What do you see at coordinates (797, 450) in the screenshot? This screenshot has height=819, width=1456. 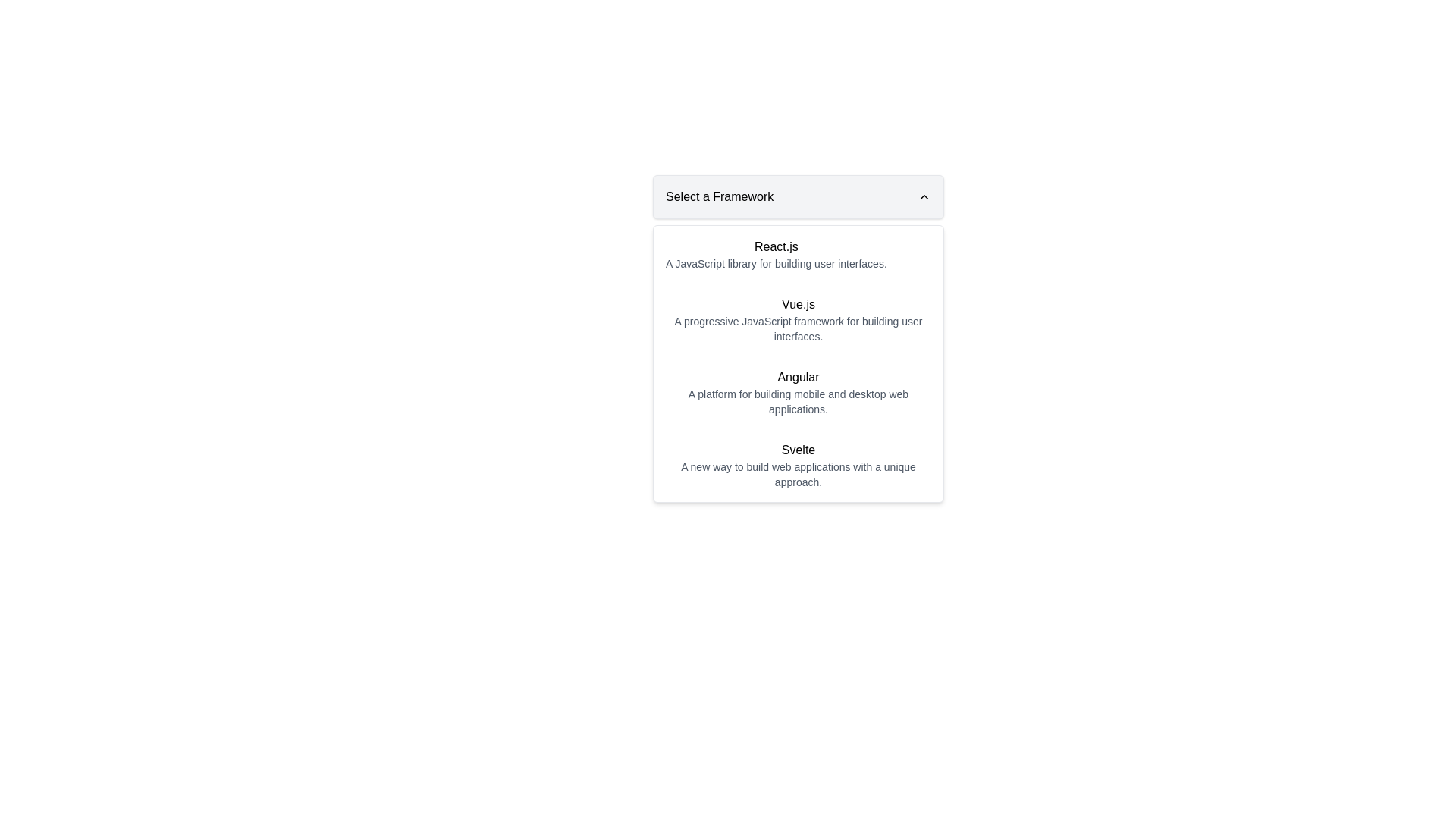 I see `the text label displaying 'Svelte'` at bounding box center [797, 450].